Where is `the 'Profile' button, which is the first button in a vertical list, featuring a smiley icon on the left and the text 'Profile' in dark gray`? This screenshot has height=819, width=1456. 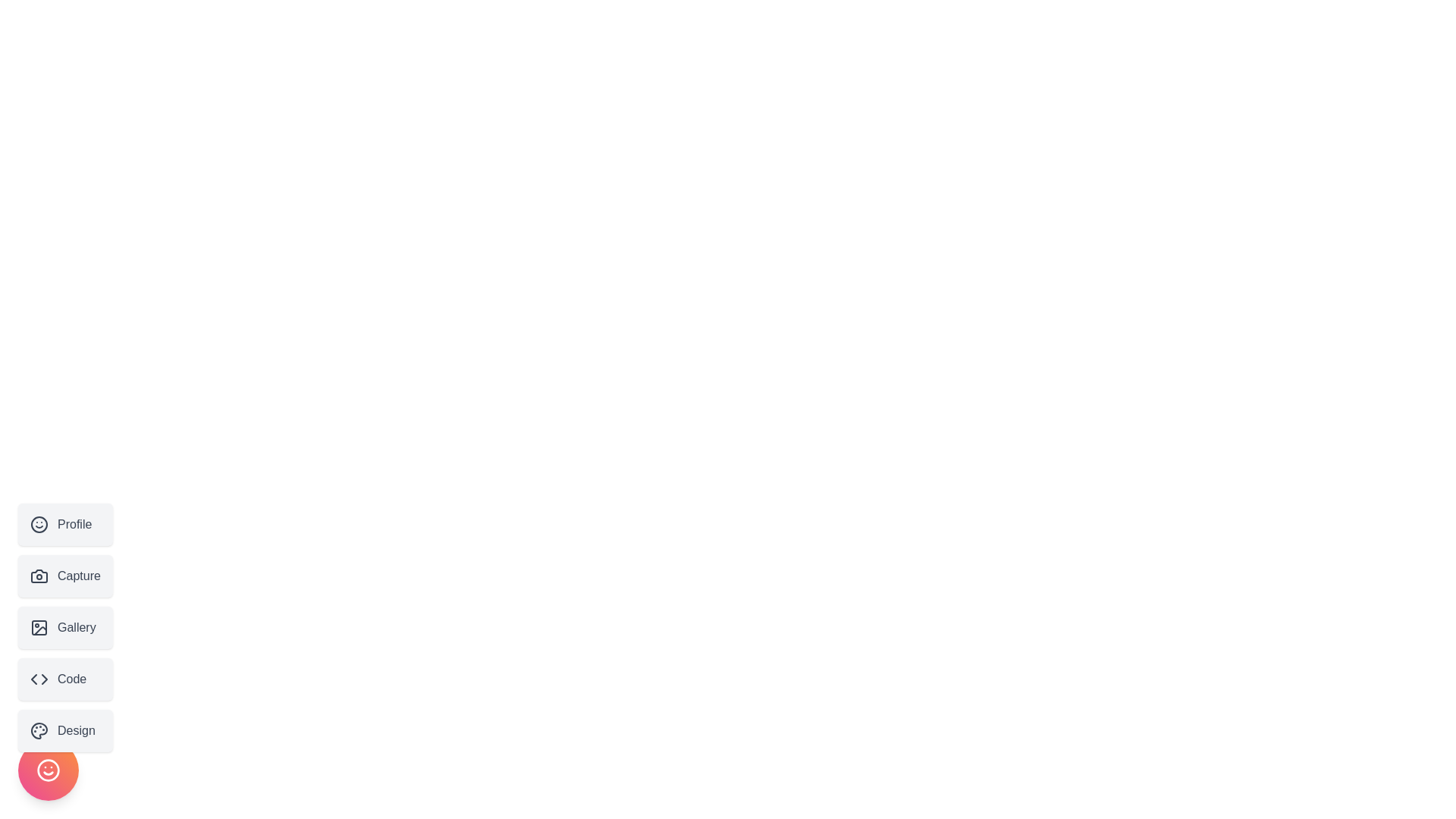
the 'Profile' button, which is the first button in a vertical list, featuring a smiley icon on the left and the text 'Profile' in dark gray is located at coordinates (64, 523).